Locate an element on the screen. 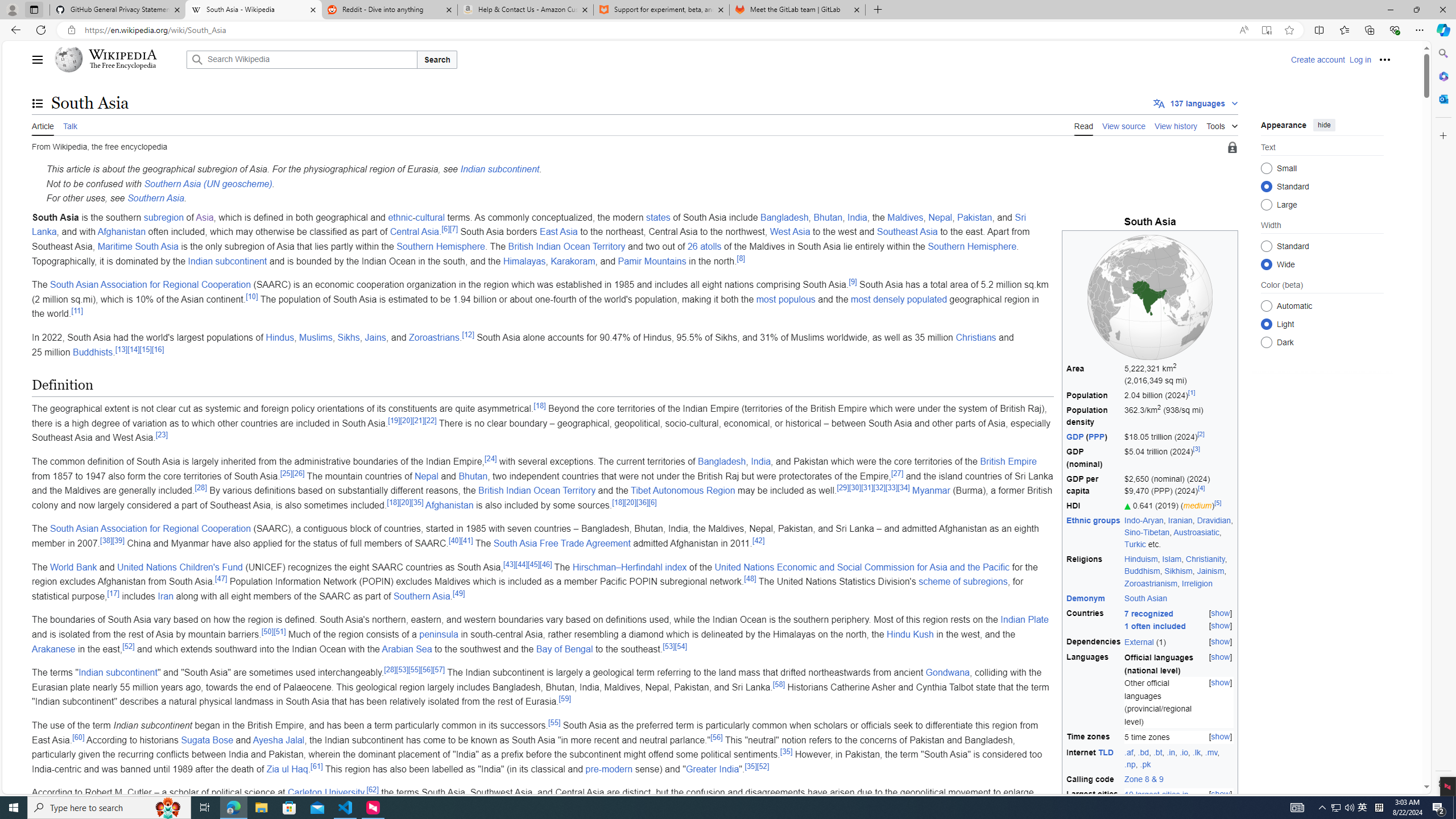 This screenshot has width=1456, height=819. '[8]' is located at coordinates (741, 258).